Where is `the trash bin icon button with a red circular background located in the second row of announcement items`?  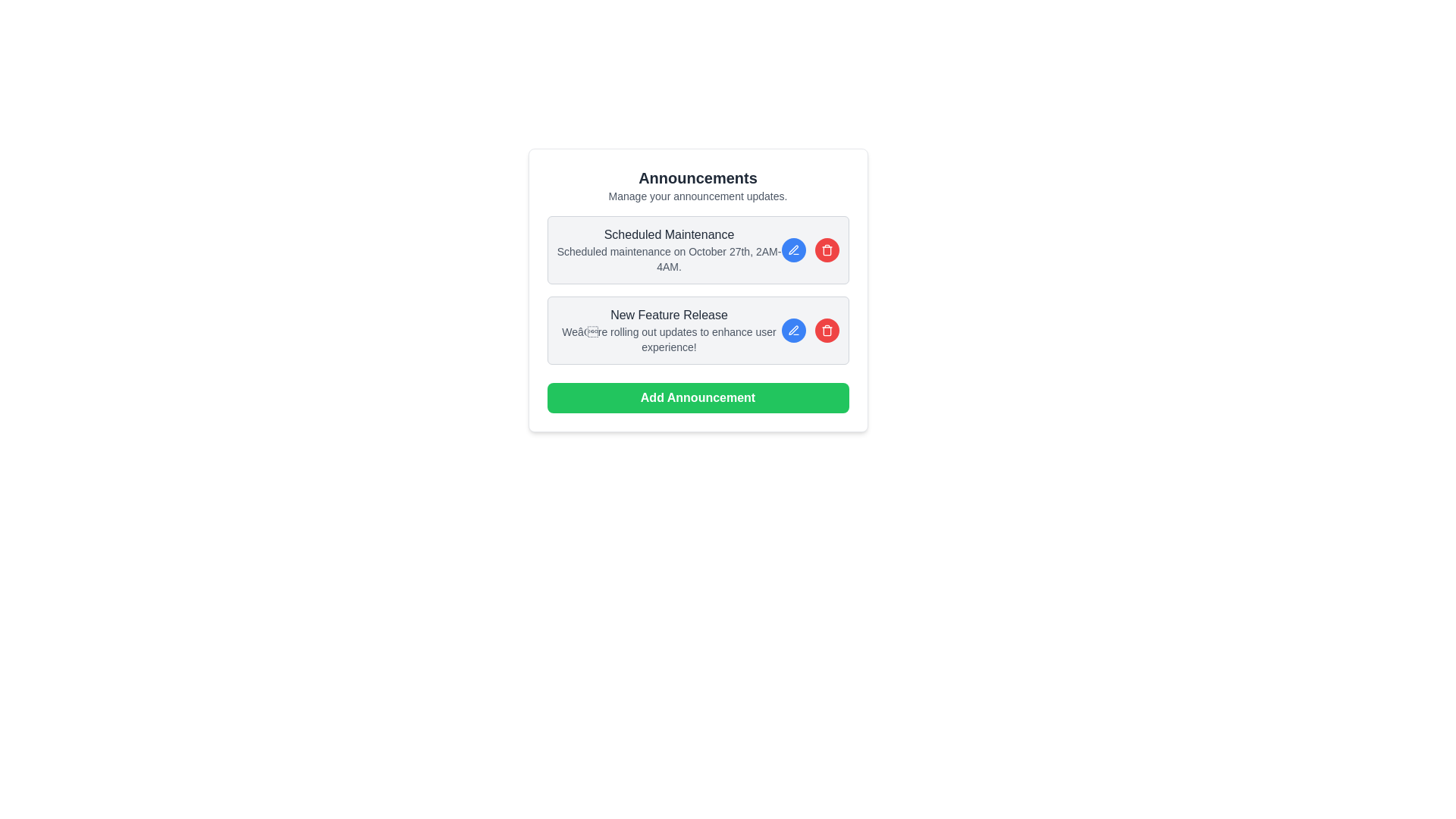
the trash bin icon button with a red circular background located in the second row of announcement items is located at coordinates (826, 249).